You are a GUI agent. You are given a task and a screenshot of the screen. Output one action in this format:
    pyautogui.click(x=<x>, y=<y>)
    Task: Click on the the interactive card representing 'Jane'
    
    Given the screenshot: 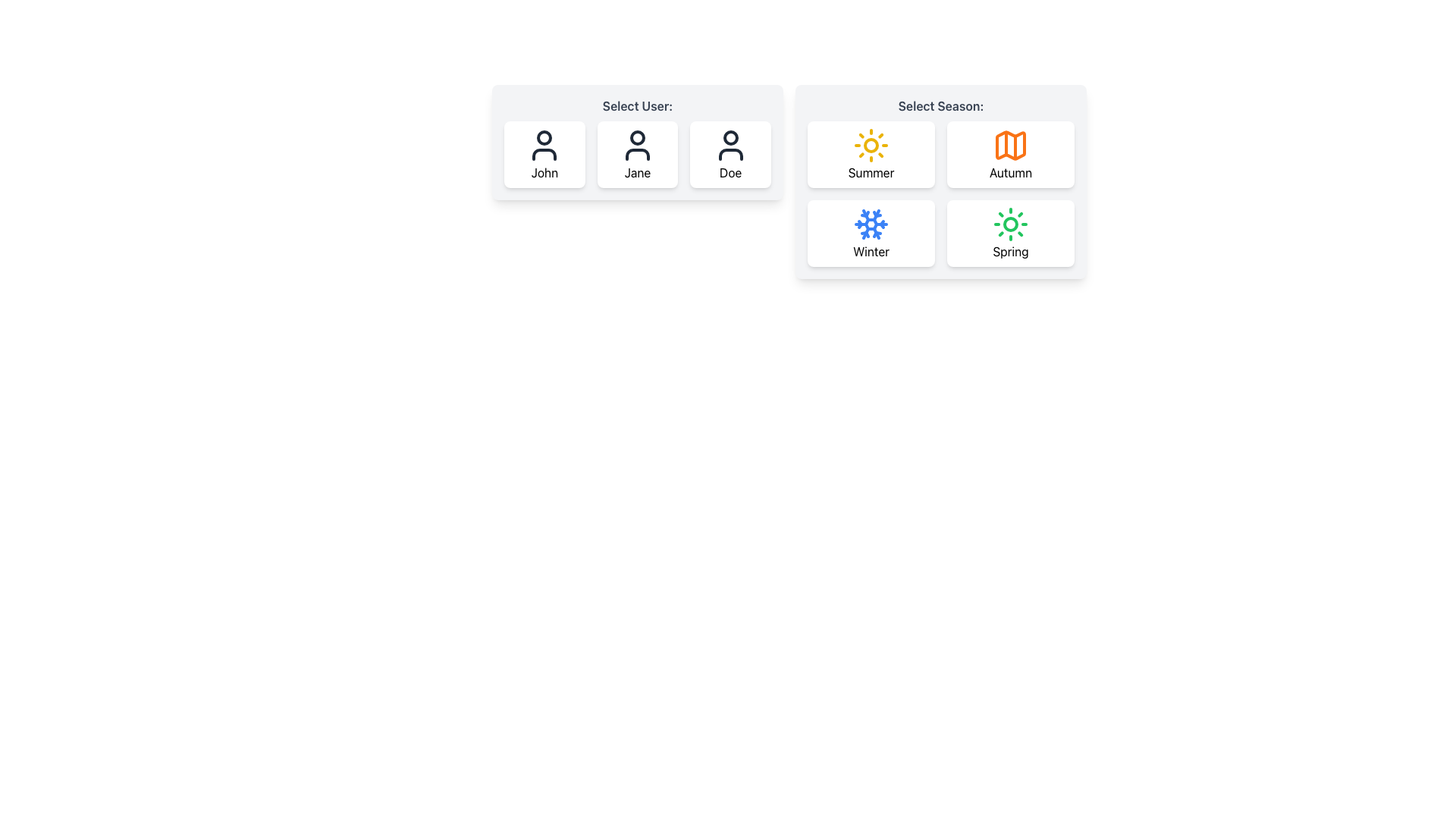 What is the action you would take?
    pyautogui.click(x=637, y=155)
    